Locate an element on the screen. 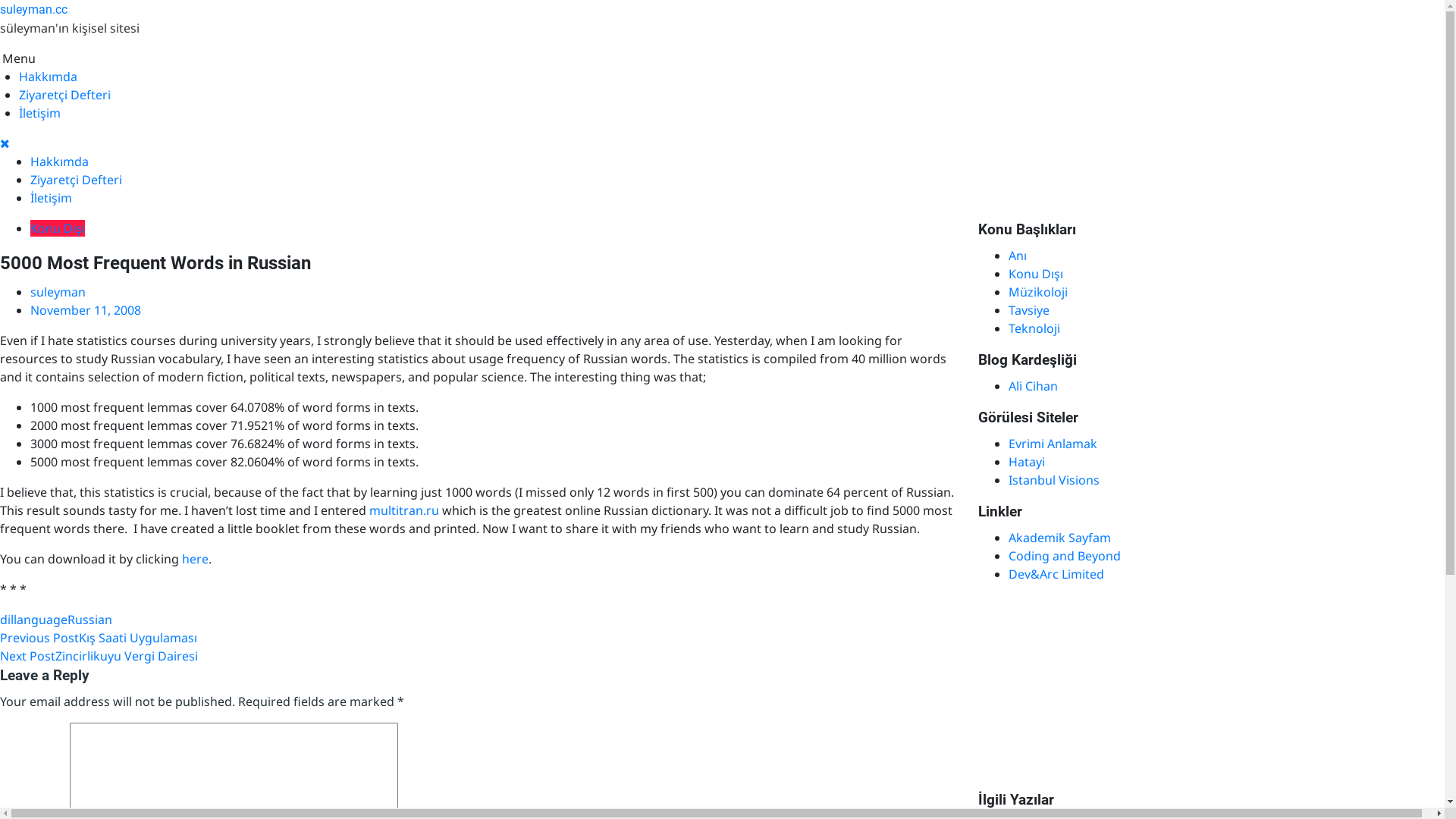 The width and height of the screenshot is (1456, 819). 'Coding and Beyond' is located at coordinates (1063, 555).